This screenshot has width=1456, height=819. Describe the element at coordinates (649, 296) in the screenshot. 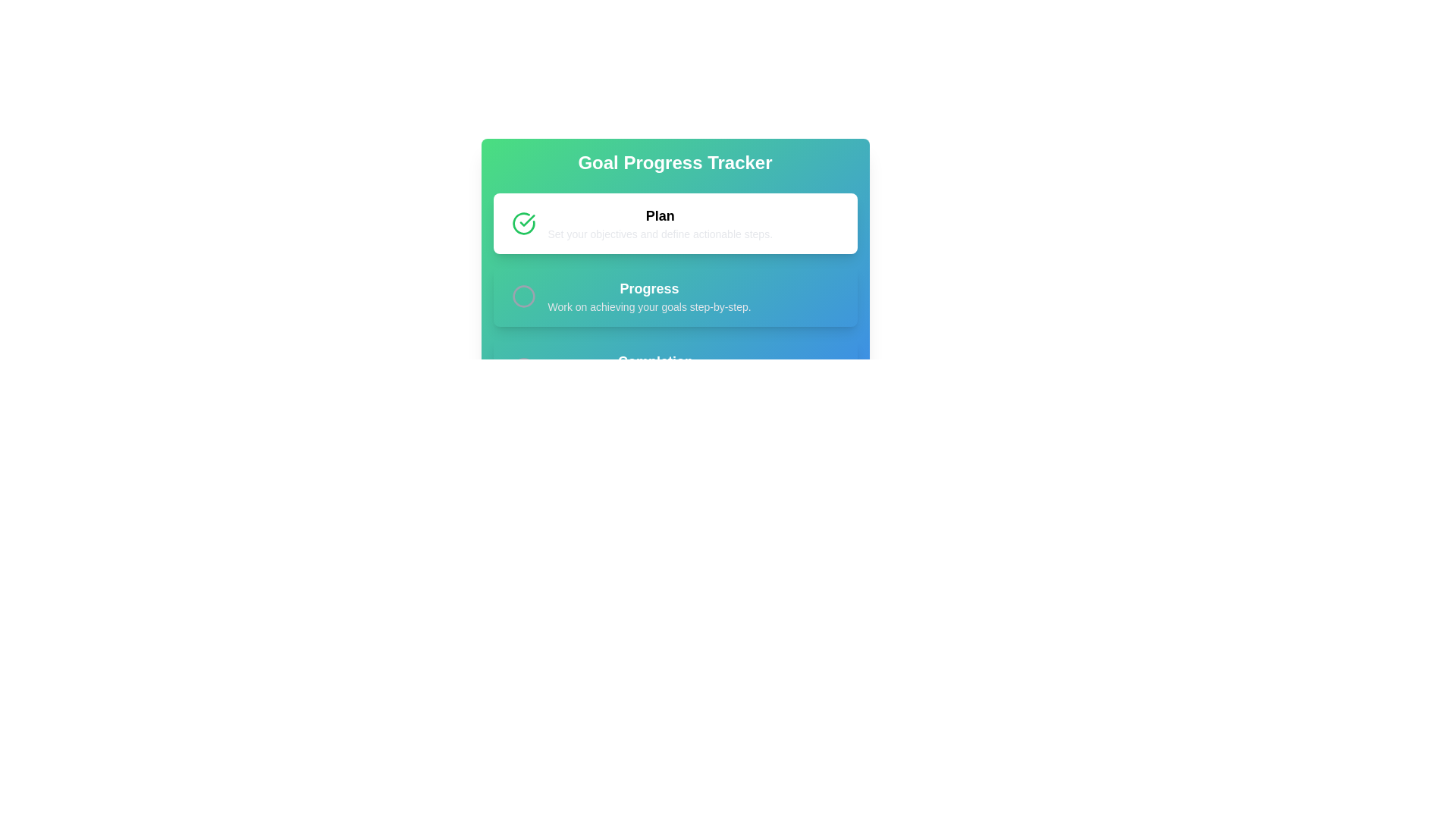

I see `the descriptive text element that provides information about the 'Progress' stage of a goal tracking process, located beneath the 'Plan' section in the second vertical segment` at that location.